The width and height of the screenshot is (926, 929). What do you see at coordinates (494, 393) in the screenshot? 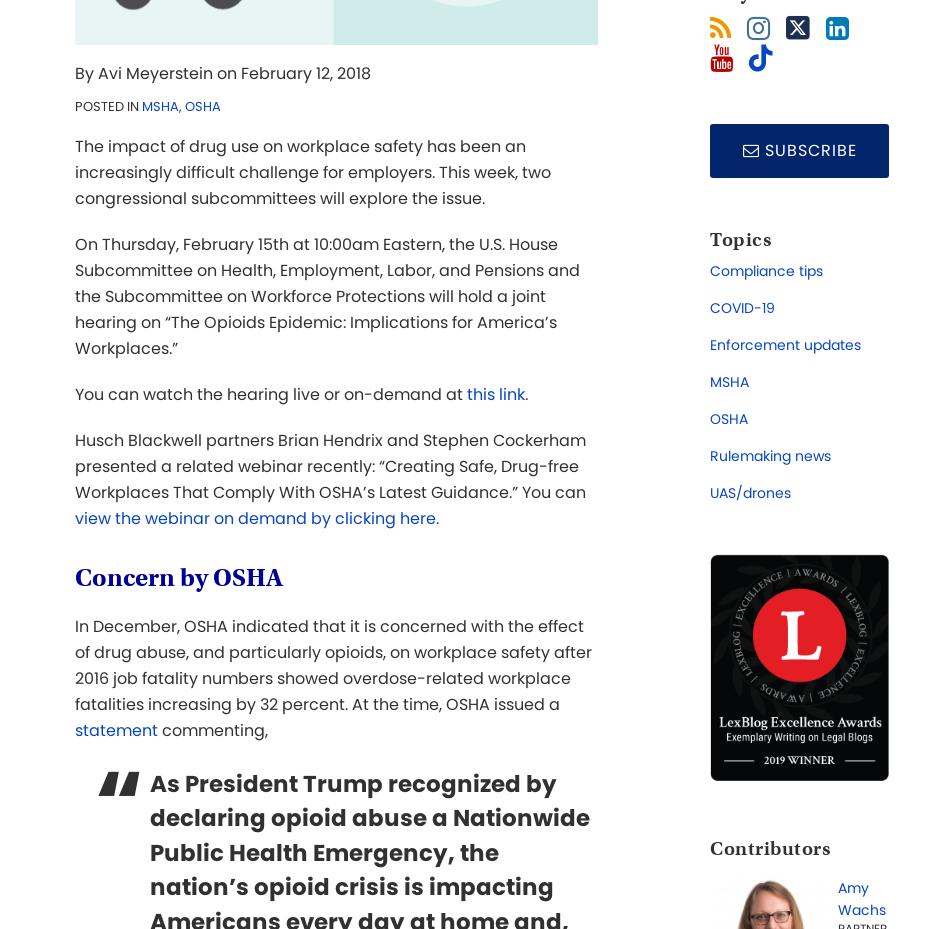
I see `'this link'` at bounding box center [494, 393].